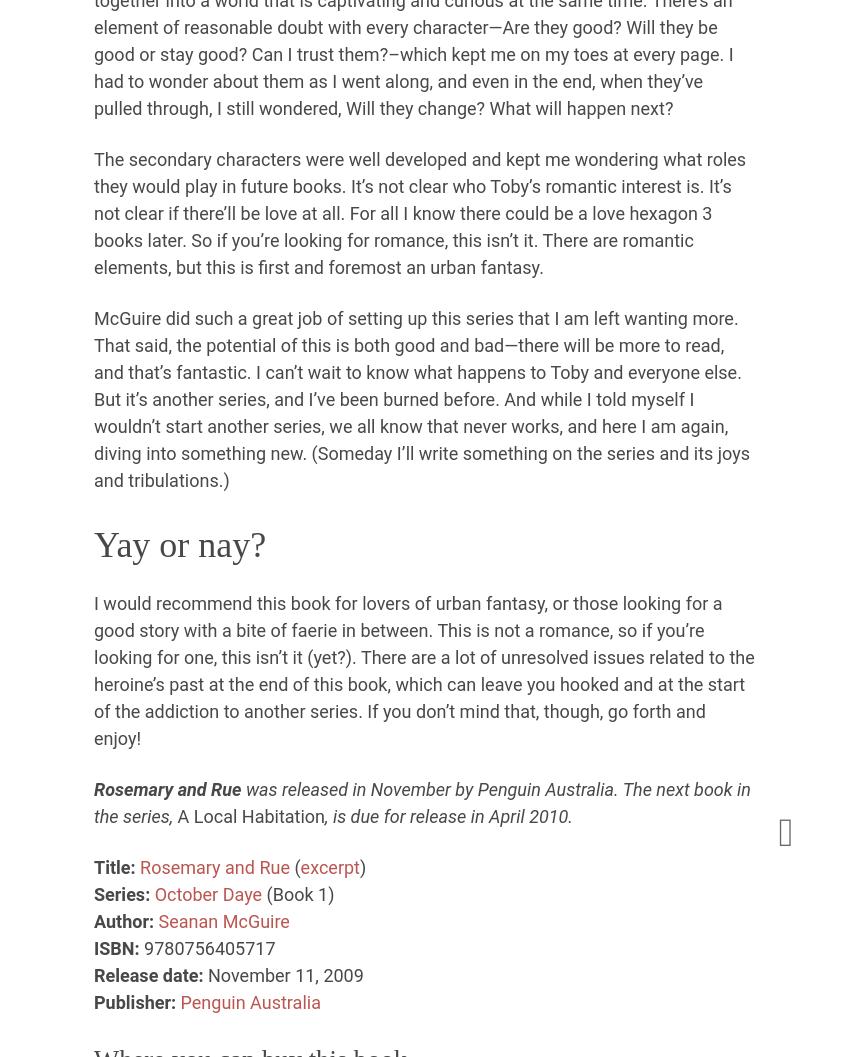  Describe the element at coordinates (251, 815) in the screenshot. I see `'A Local Habitation'` at that location.